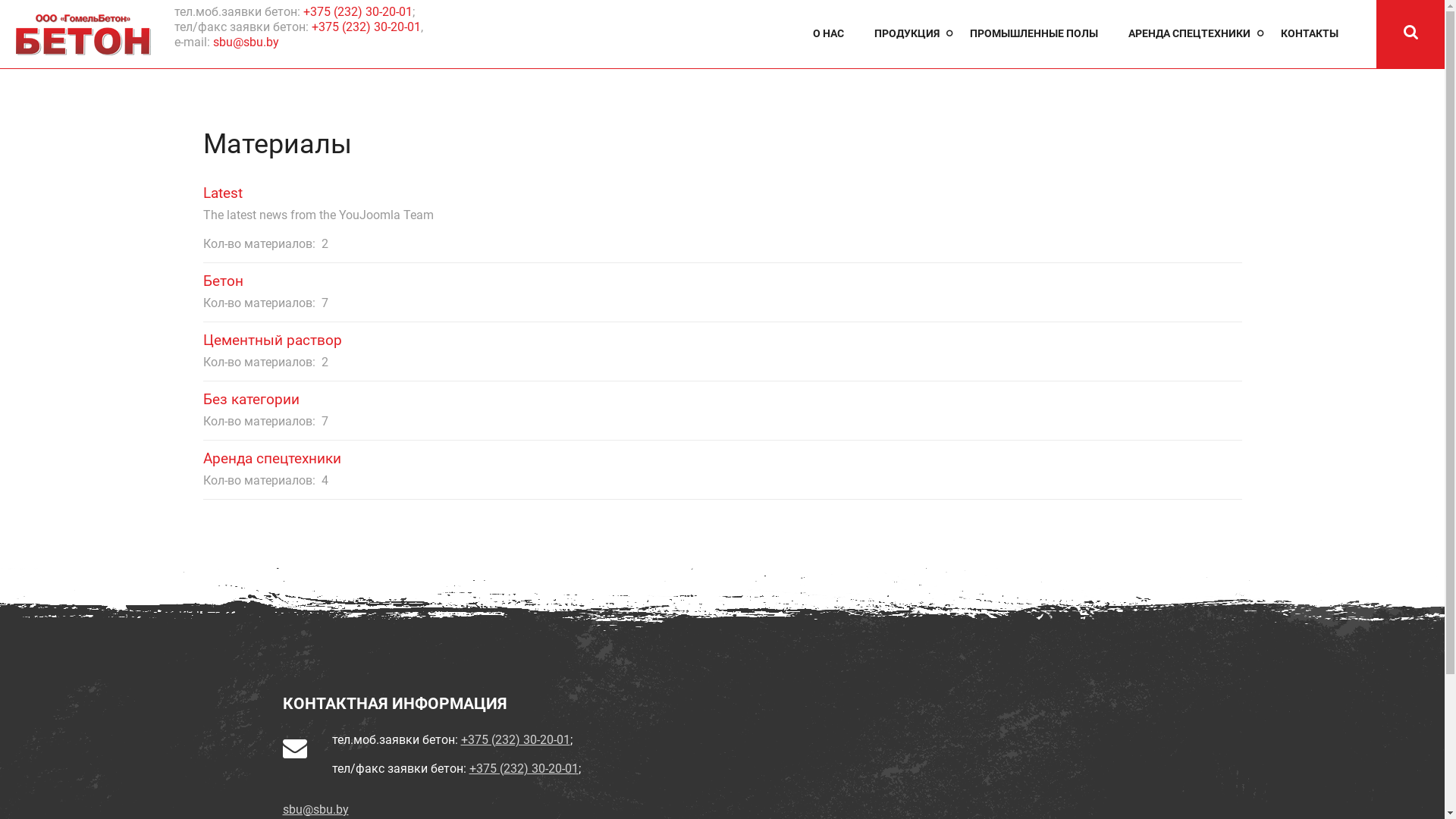 The height and width of the screenshot is (819, 1456). Describe the element at coordinates (523, 768) in the screenshot. I see `'+375 (232) 30-20-01'` at that location.